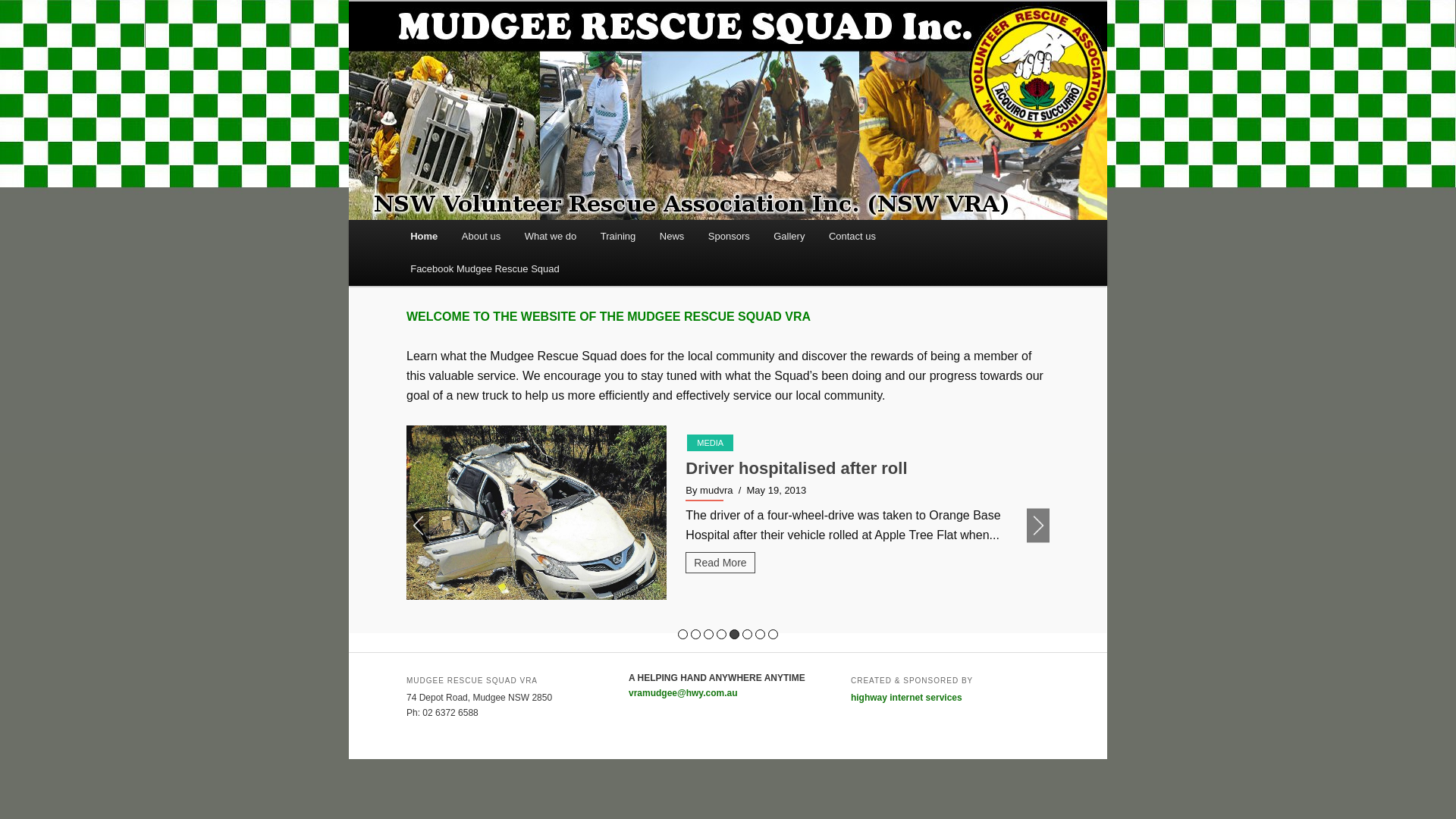 This screenshot has height=819, width=1456. I want to click on 'Read More', so click(719, 581).